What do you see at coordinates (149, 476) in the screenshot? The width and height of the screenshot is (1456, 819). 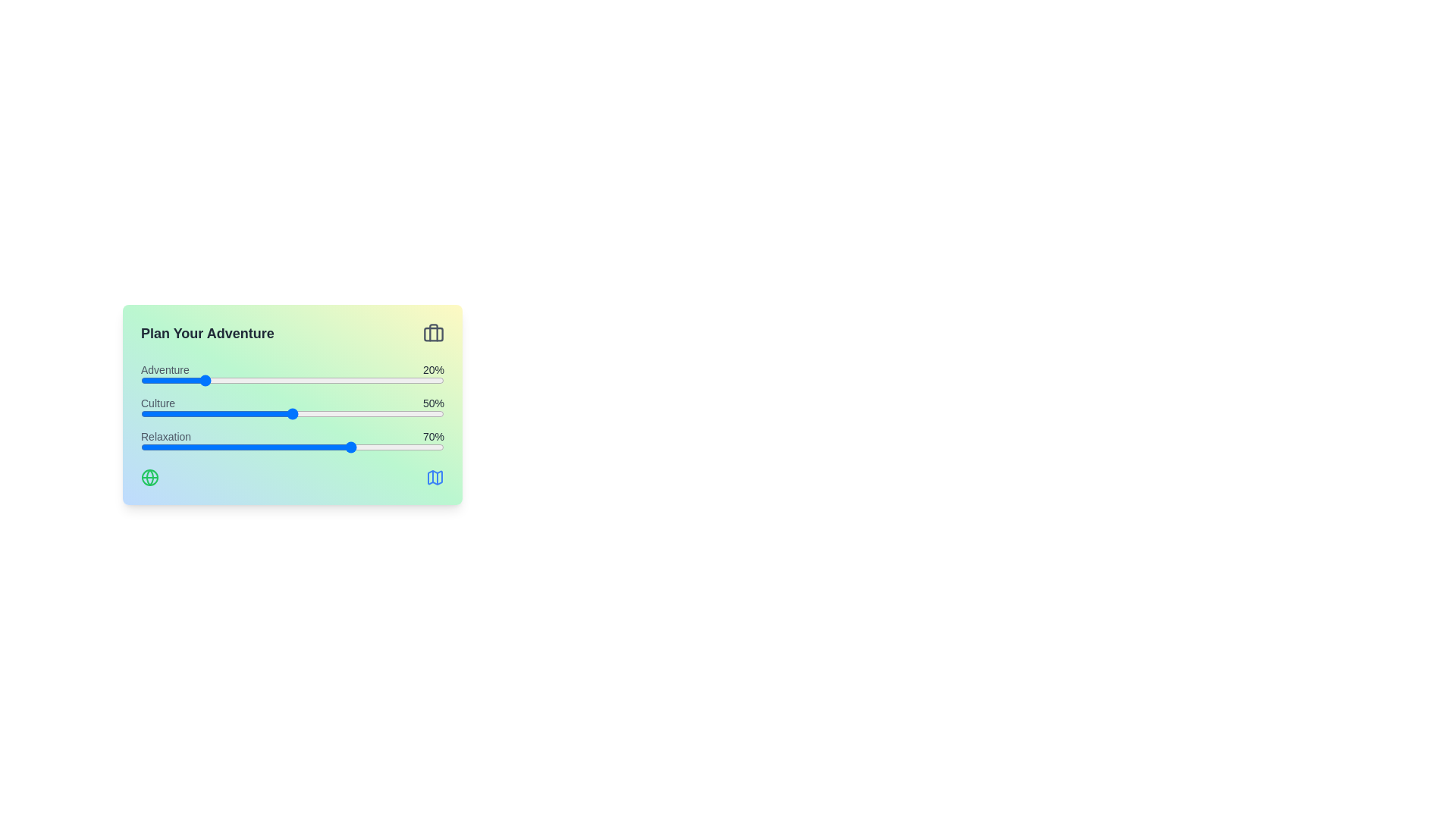 I see `the 'Globe' icon in the bottom-left corner of the component` at bounding box center [149, 476].